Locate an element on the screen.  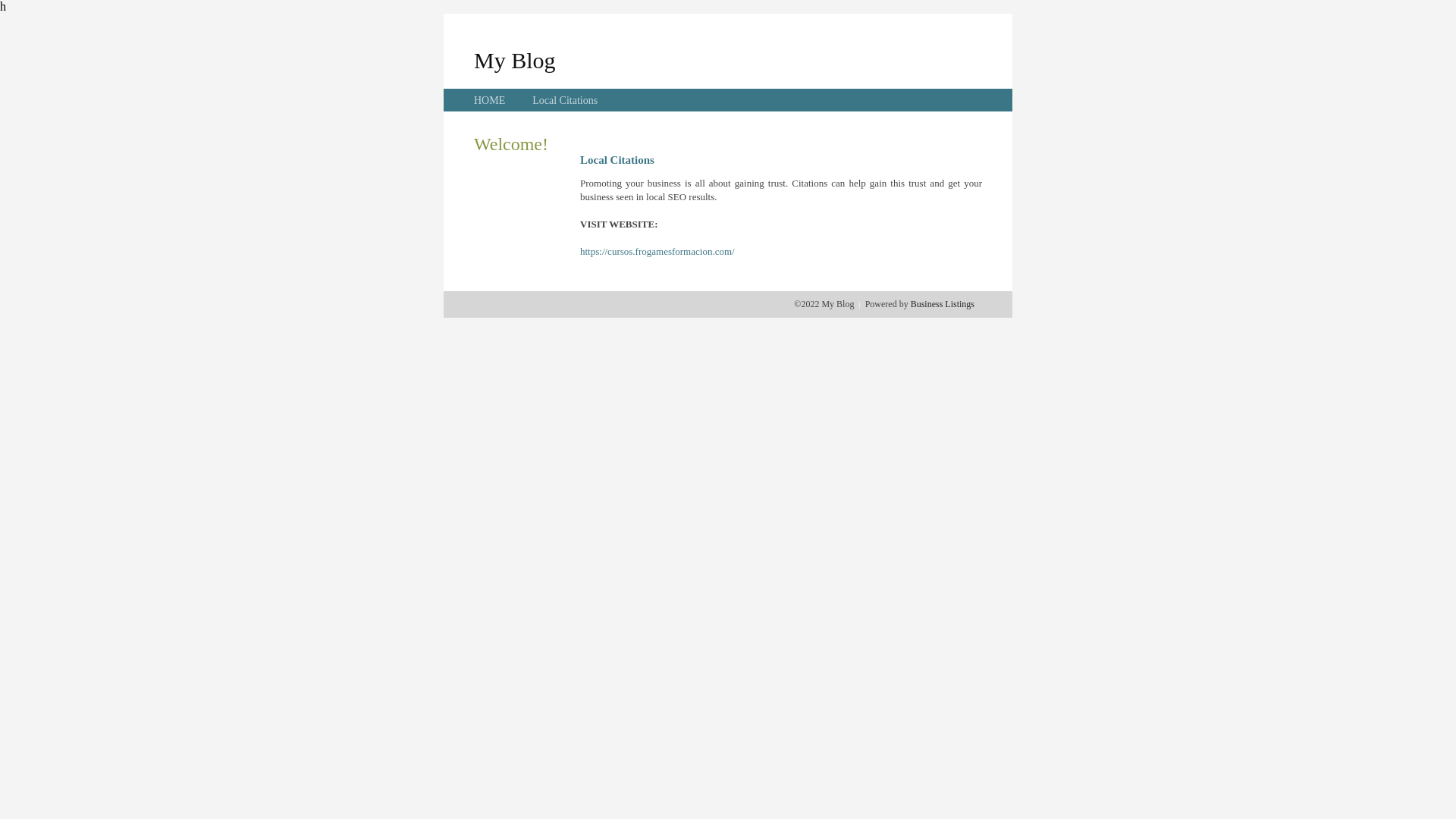
'My Blog' is located at coordinates (514, 59).